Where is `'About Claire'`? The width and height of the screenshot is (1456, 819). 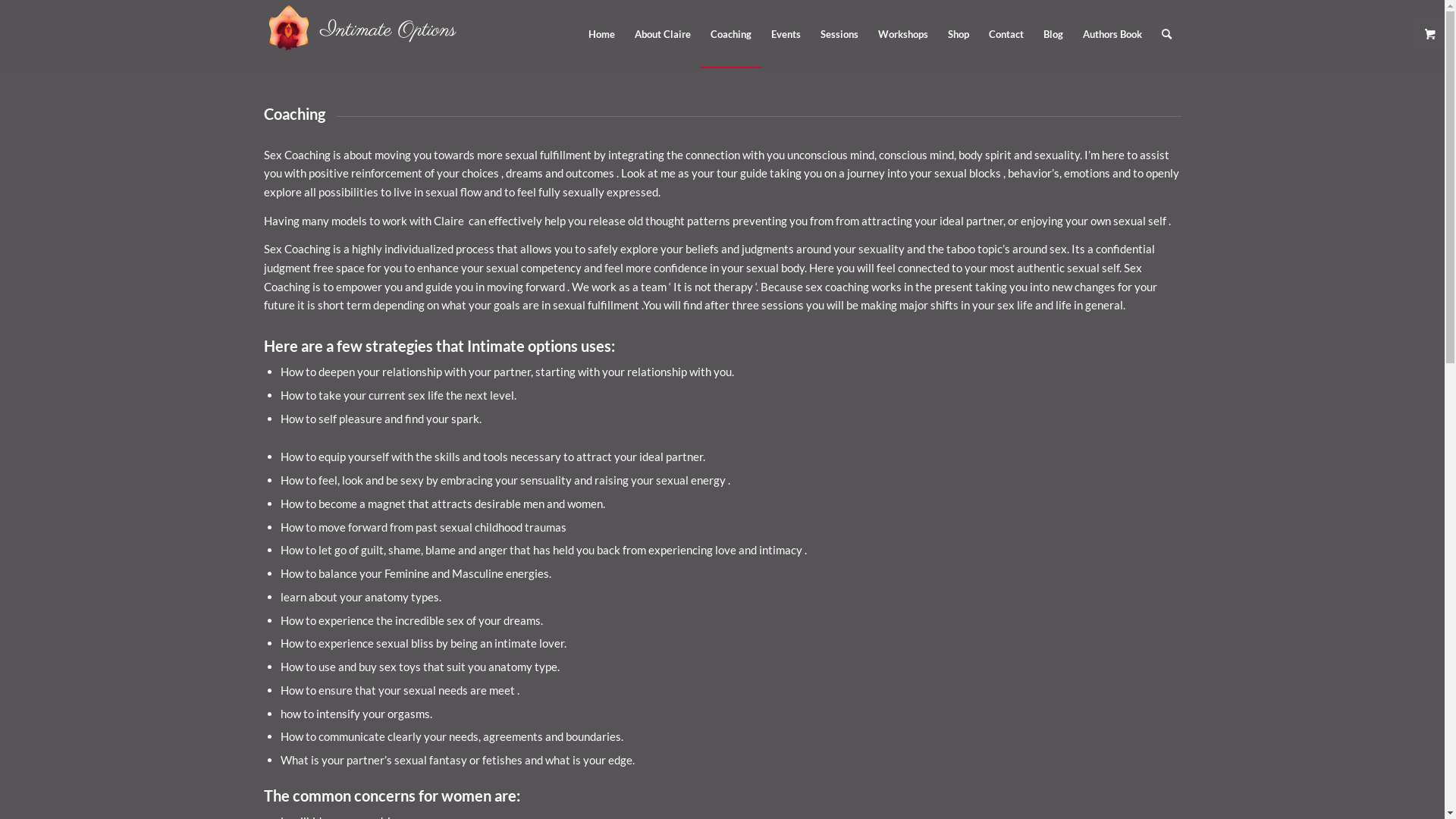 'About Claire' is located at coordinates (662, 34).